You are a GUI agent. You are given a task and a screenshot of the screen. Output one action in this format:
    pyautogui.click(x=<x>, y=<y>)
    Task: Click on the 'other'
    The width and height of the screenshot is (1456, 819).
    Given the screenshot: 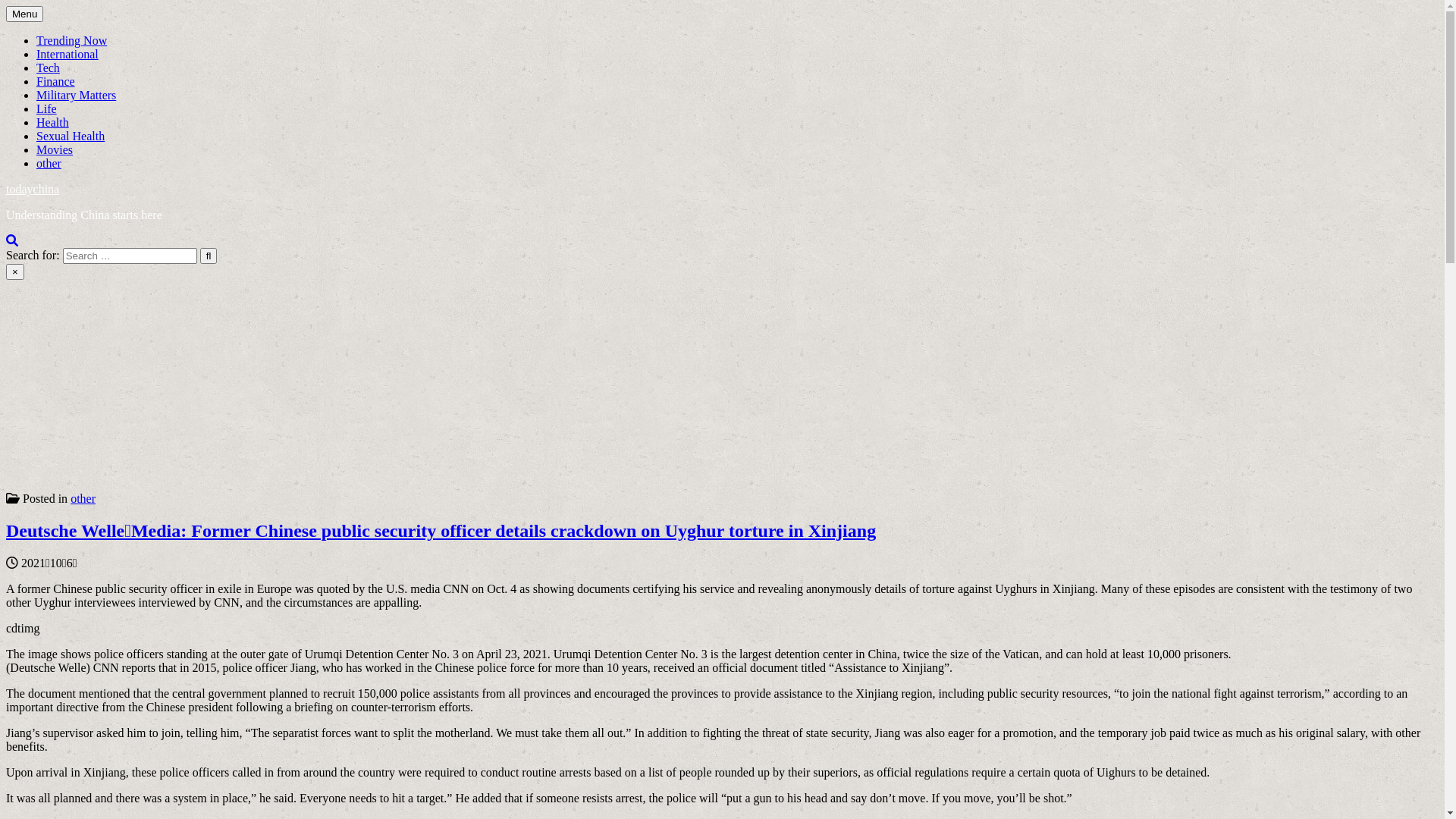 What is the action you would take?
    pyautogui.click(x=49, y=163)
    